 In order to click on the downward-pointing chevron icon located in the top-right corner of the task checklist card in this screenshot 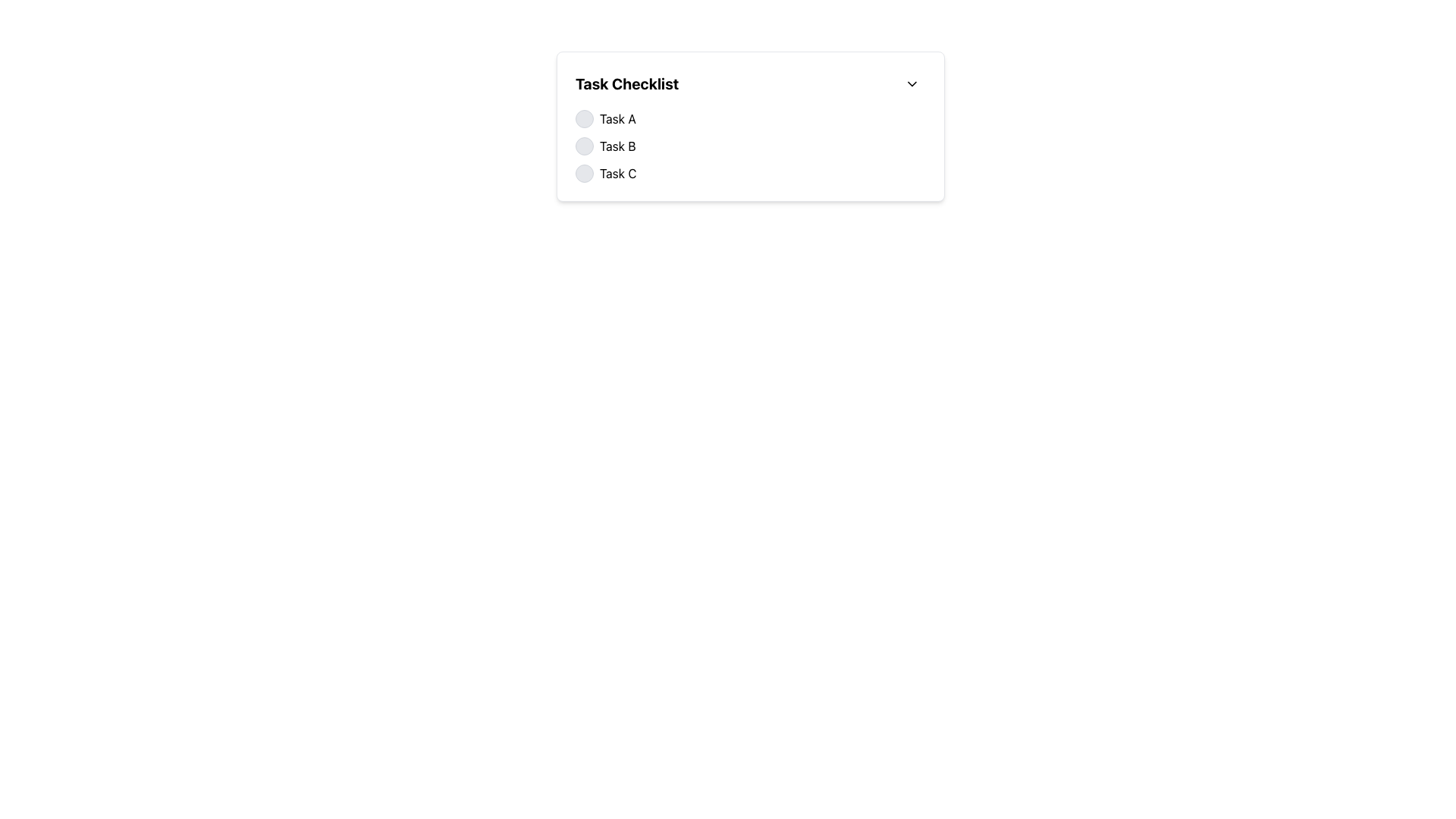, I will do `click(912, 84)`.